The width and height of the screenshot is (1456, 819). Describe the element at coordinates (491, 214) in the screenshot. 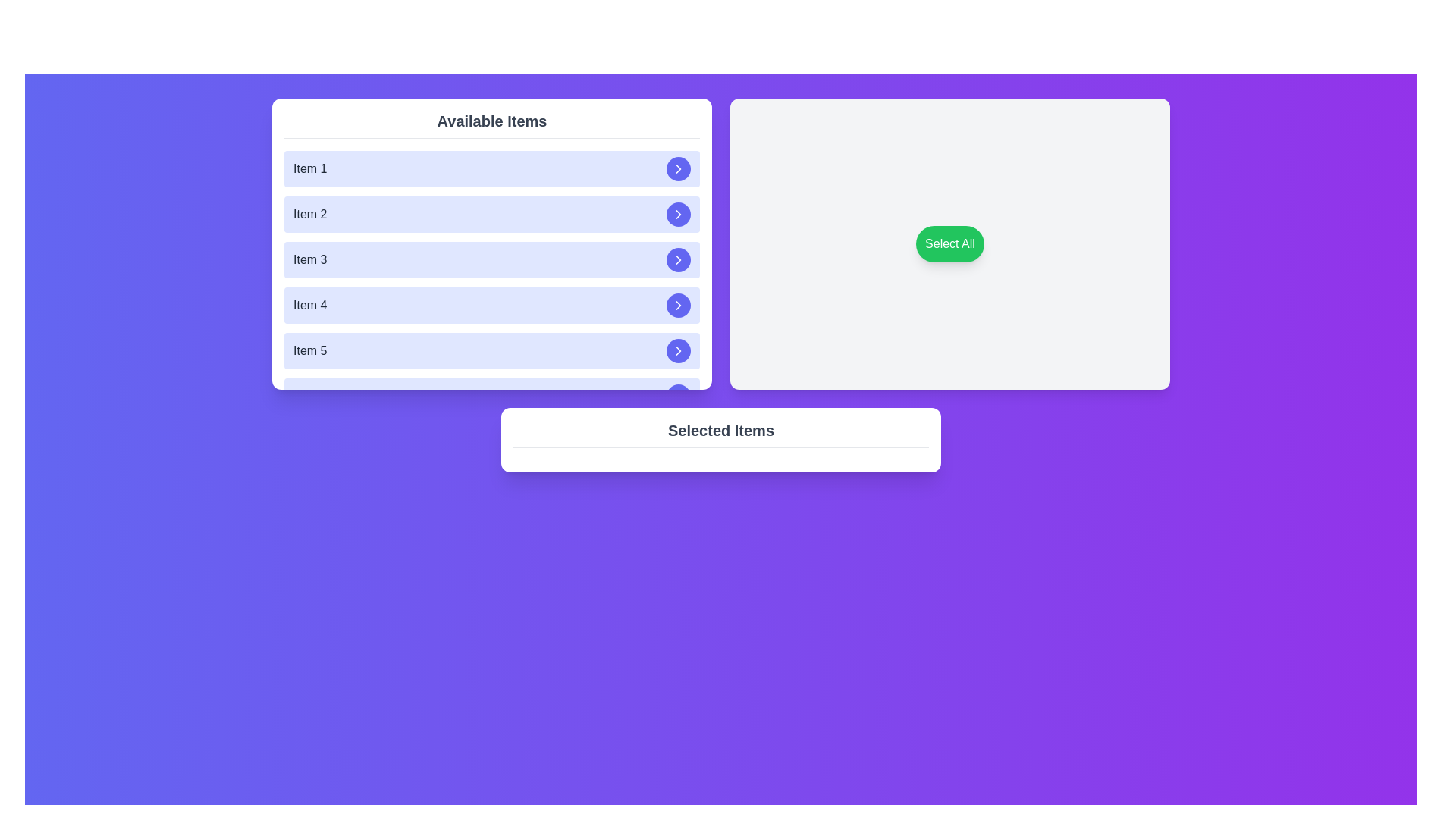

I see `the second list item labeled 'Item 2' with a light blue background and a purple button` at that location.